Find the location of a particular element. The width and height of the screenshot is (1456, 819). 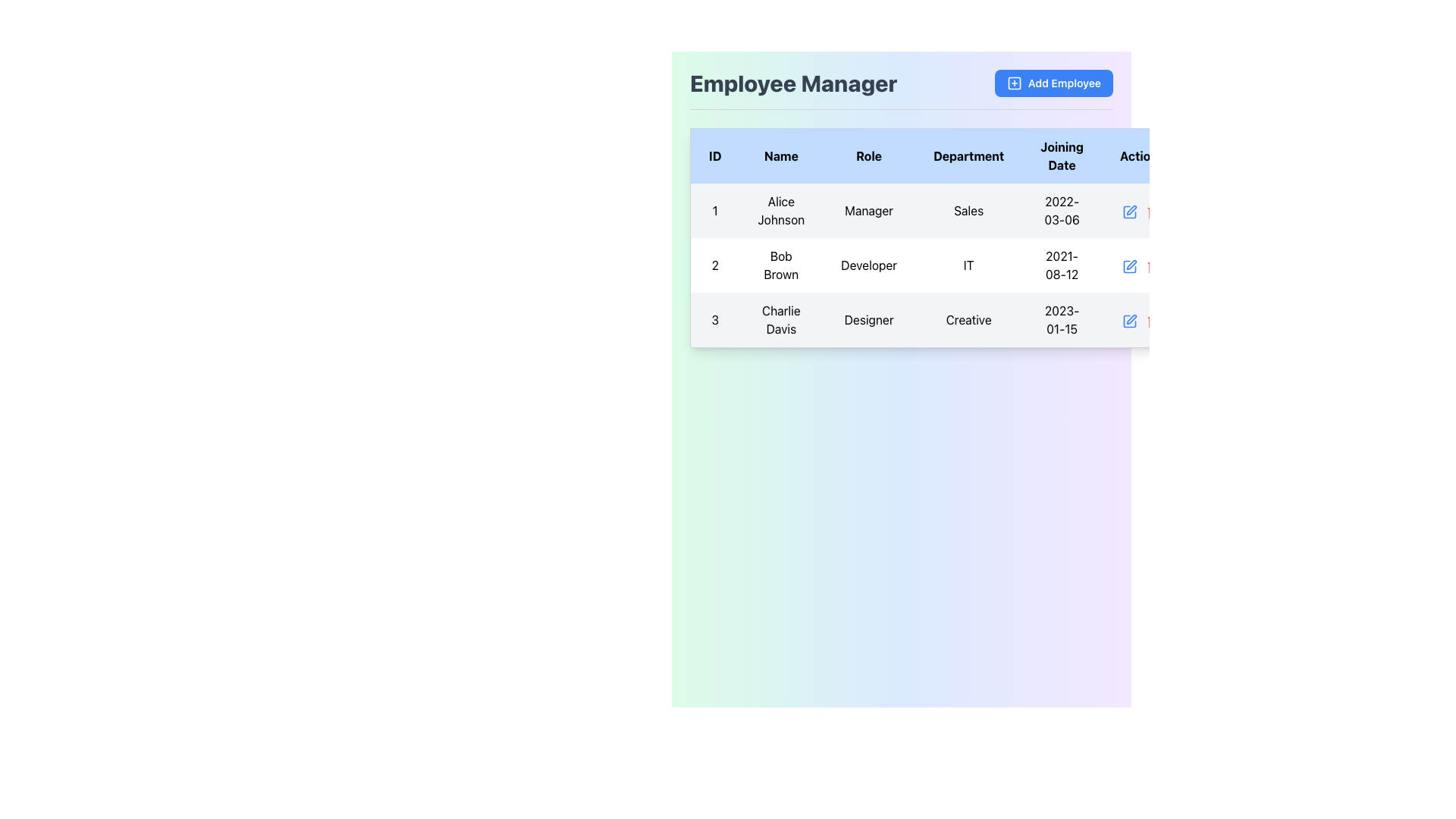

on the blue outlined square icon that is part of the 'Add Employee' button located at the top-right corner of the interface is located at coordinates (1014, 83).